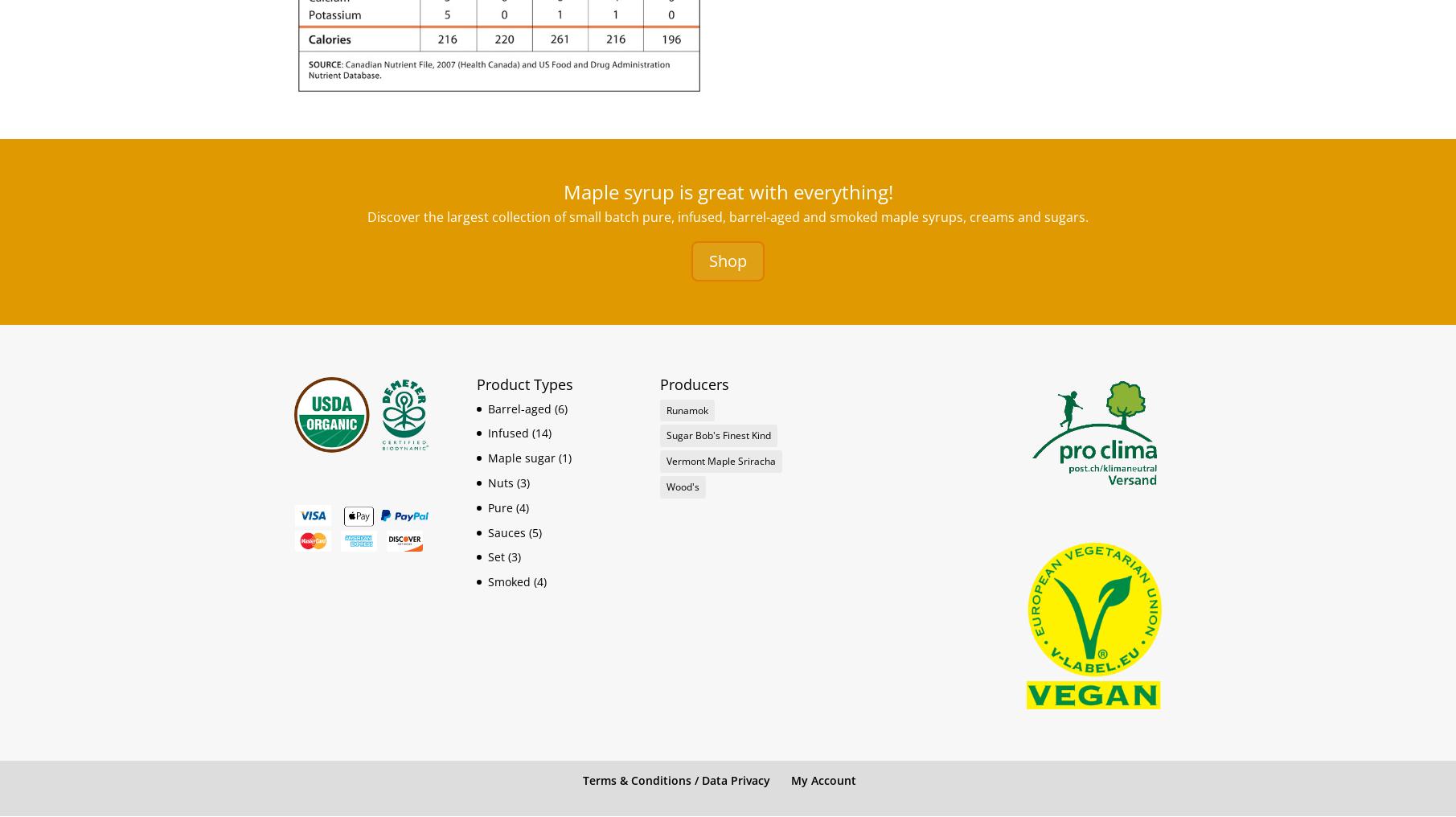  Describe the element at coordinates (695, 384) in the screenshot. I see `'Producers'` at that location.